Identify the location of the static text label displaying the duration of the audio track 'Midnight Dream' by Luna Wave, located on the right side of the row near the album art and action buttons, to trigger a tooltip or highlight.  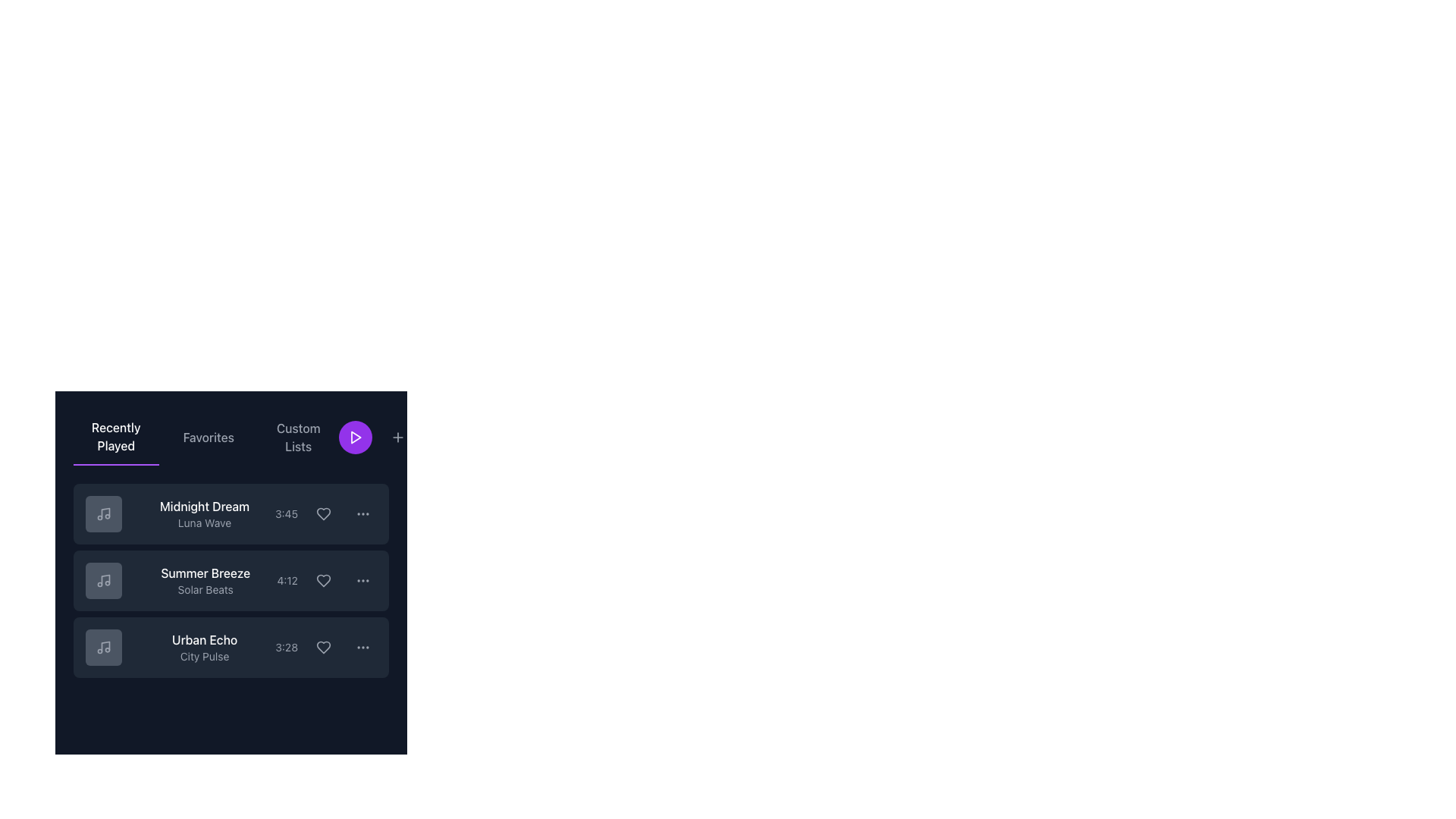
(287, 513).